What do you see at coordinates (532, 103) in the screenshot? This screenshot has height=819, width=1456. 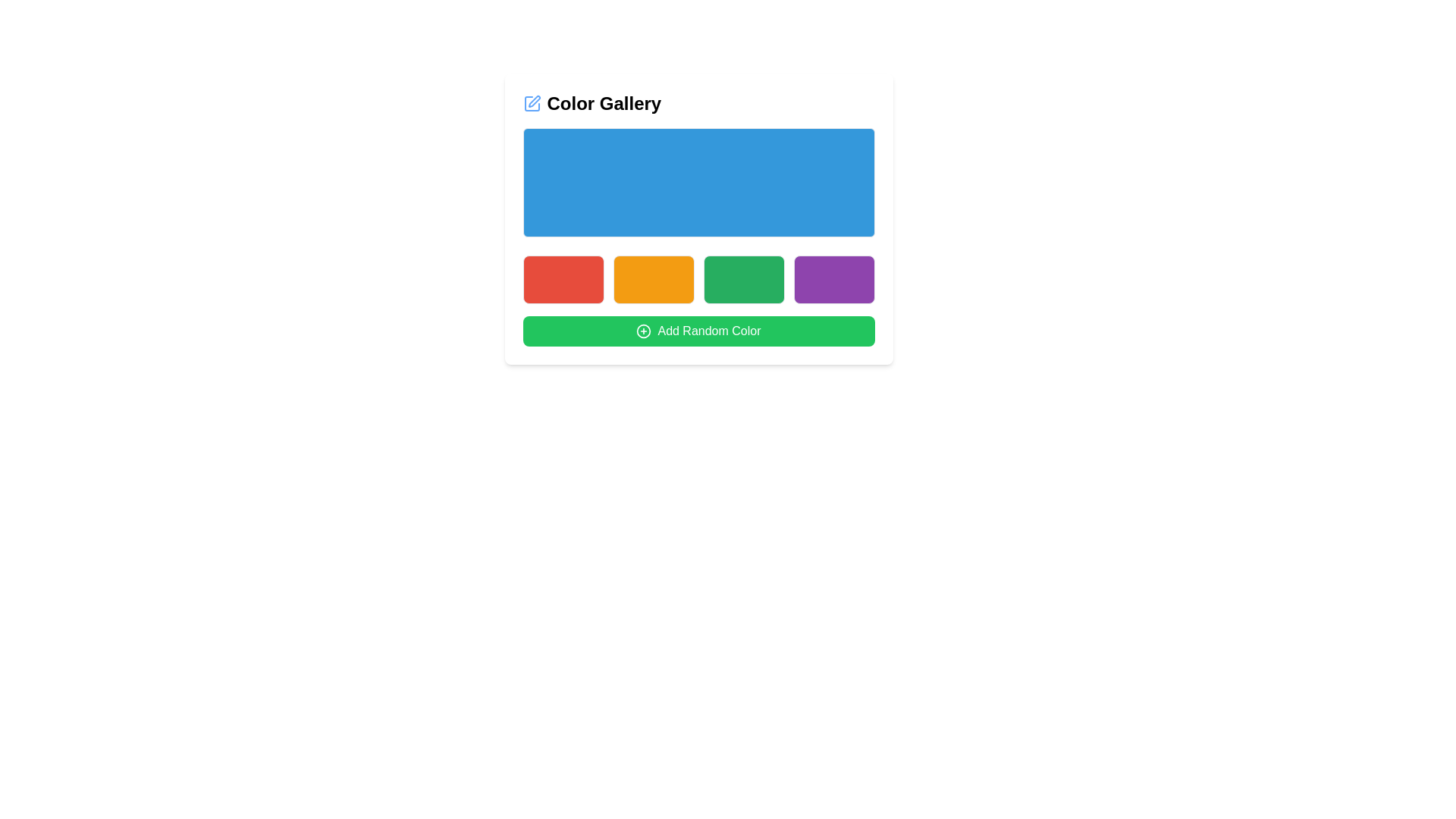 I see `the pen-like icon located in the top-left corner of the interface, next to the 'Color Gallery' heading` at bounding box center [532, 103].